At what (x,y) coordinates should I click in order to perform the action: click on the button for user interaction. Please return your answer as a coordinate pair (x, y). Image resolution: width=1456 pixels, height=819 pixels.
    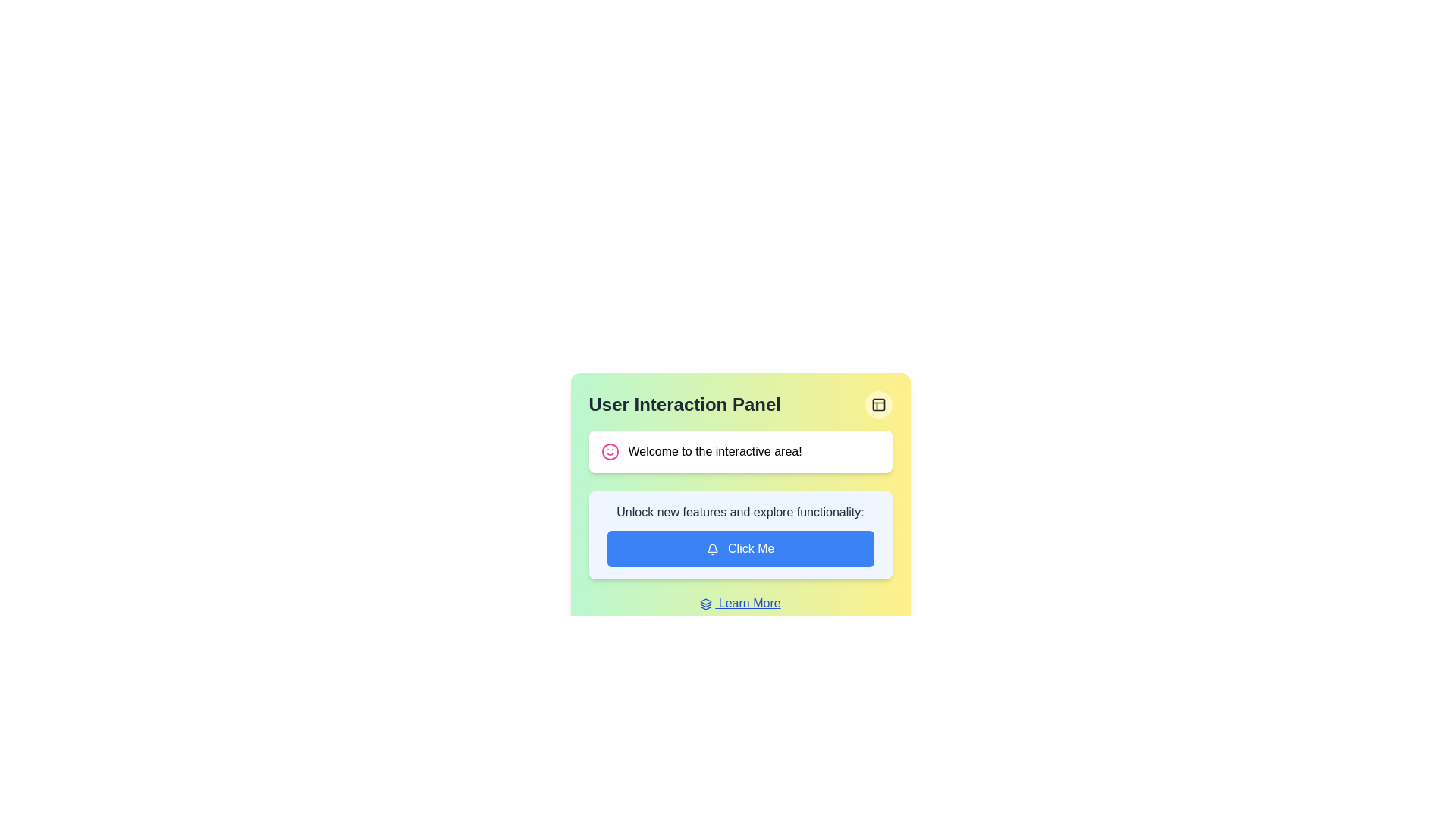
    Looking at the image, I should click on (740, 549).